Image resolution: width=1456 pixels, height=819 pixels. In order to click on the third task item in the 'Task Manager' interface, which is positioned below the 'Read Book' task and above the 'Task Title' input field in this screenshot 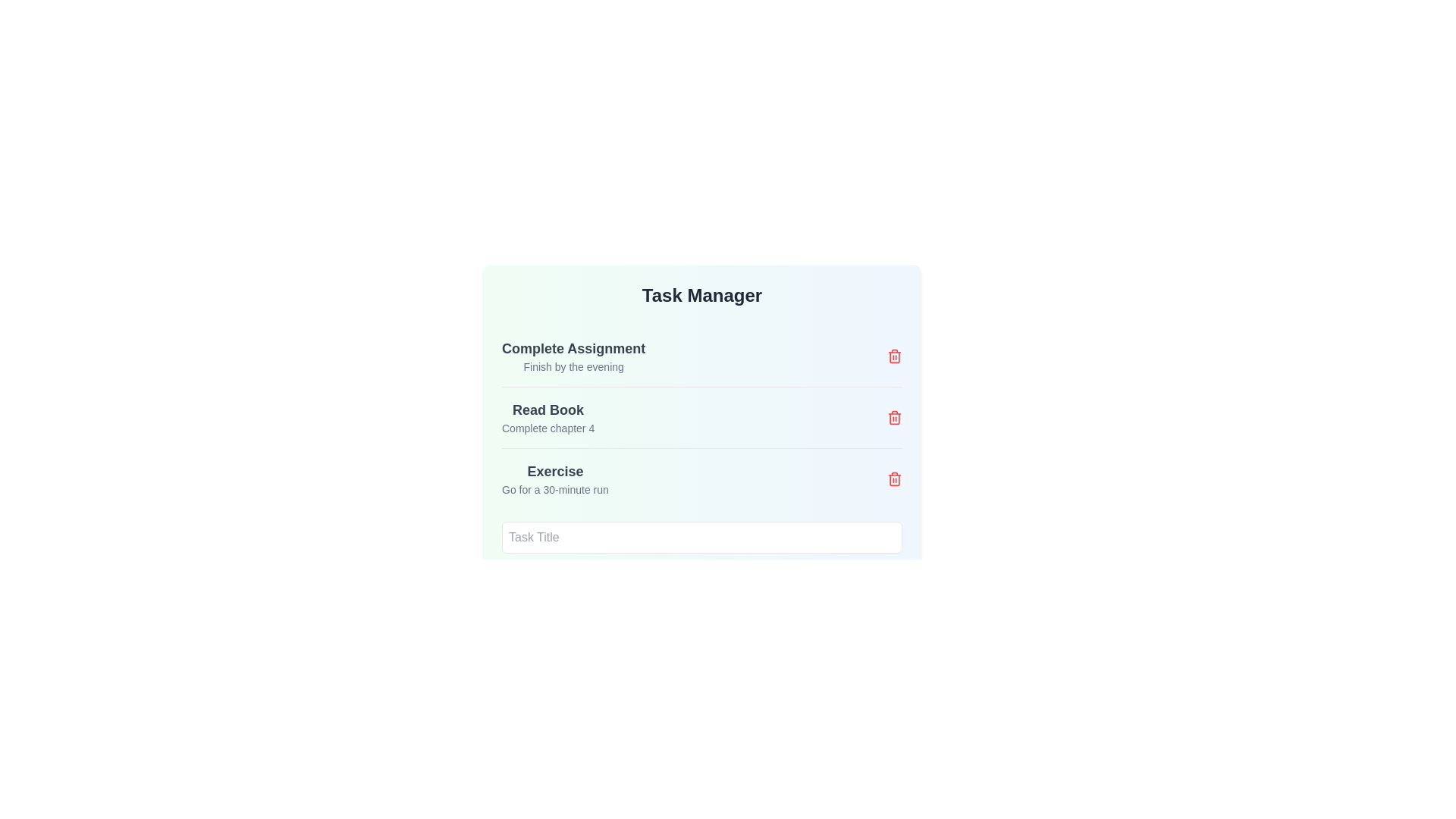, I will do `click(701, 479)`.